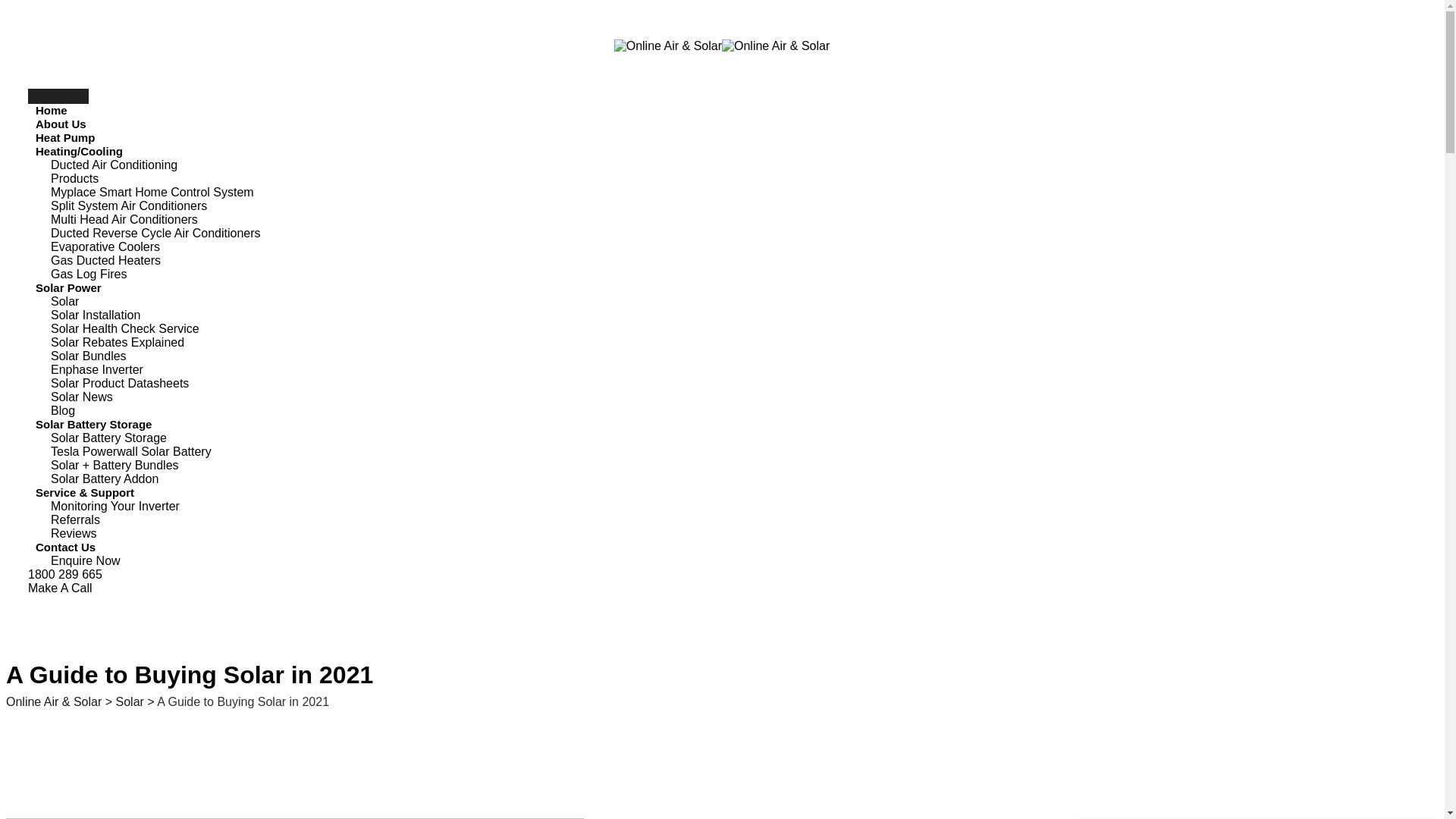  I want to click on 'Heat Pump', so click(64, 137).